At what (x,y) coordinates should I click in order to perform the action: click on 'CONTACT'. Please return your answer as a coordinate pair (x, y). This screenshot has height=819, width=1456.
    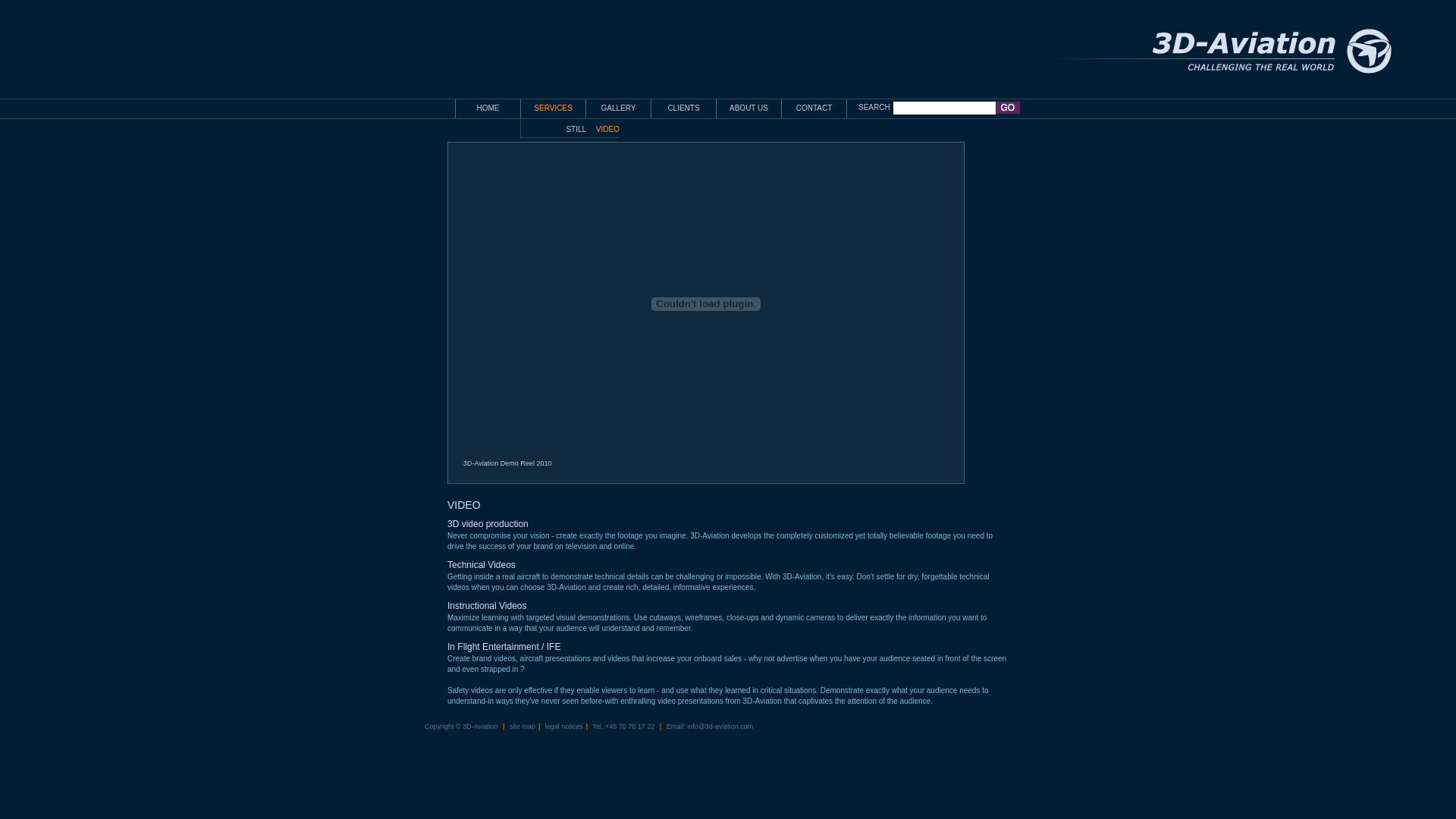
    Looking at the image, I should click on (782, 108).